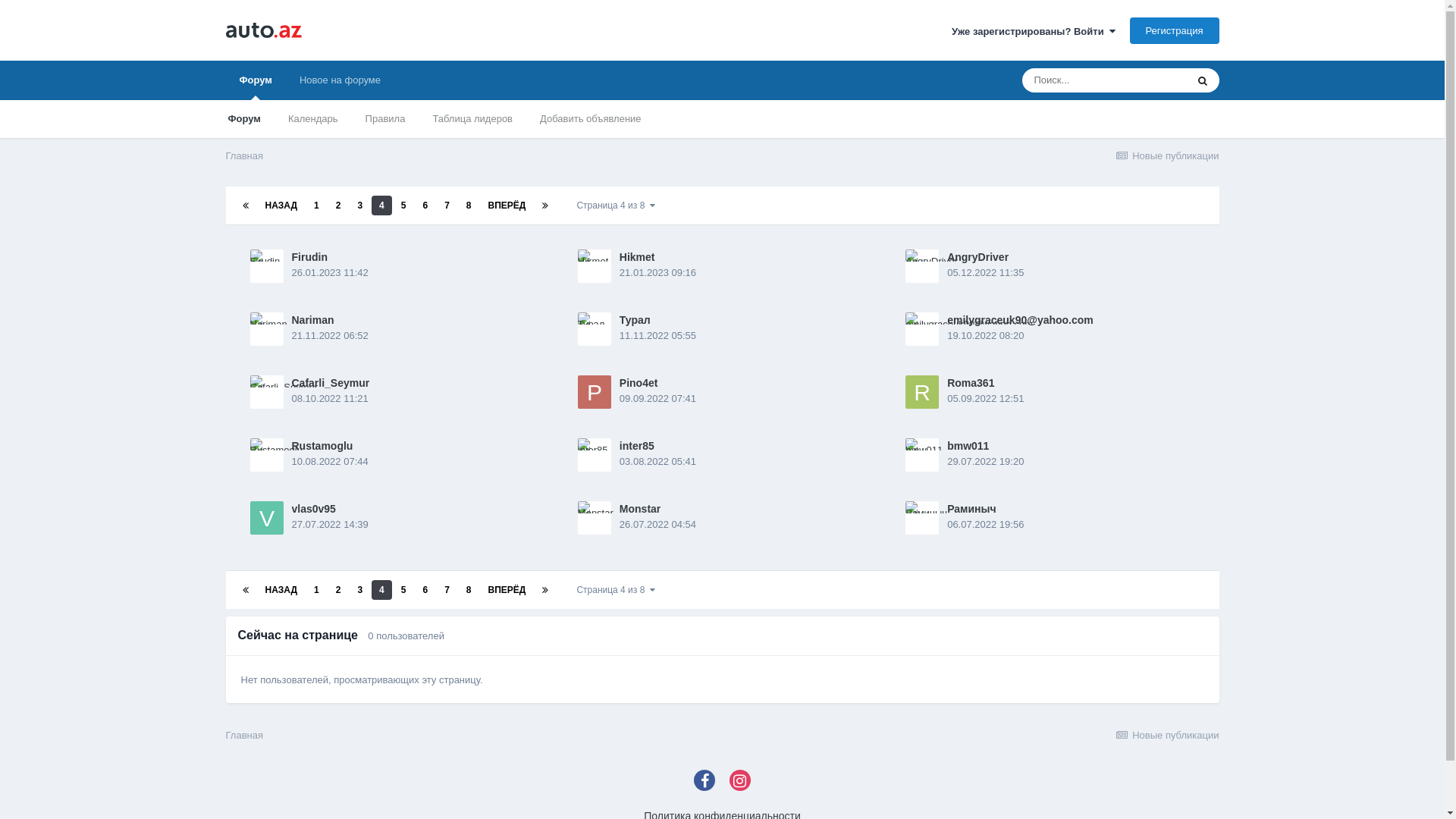  I want to click on '2', so click(337, 205).